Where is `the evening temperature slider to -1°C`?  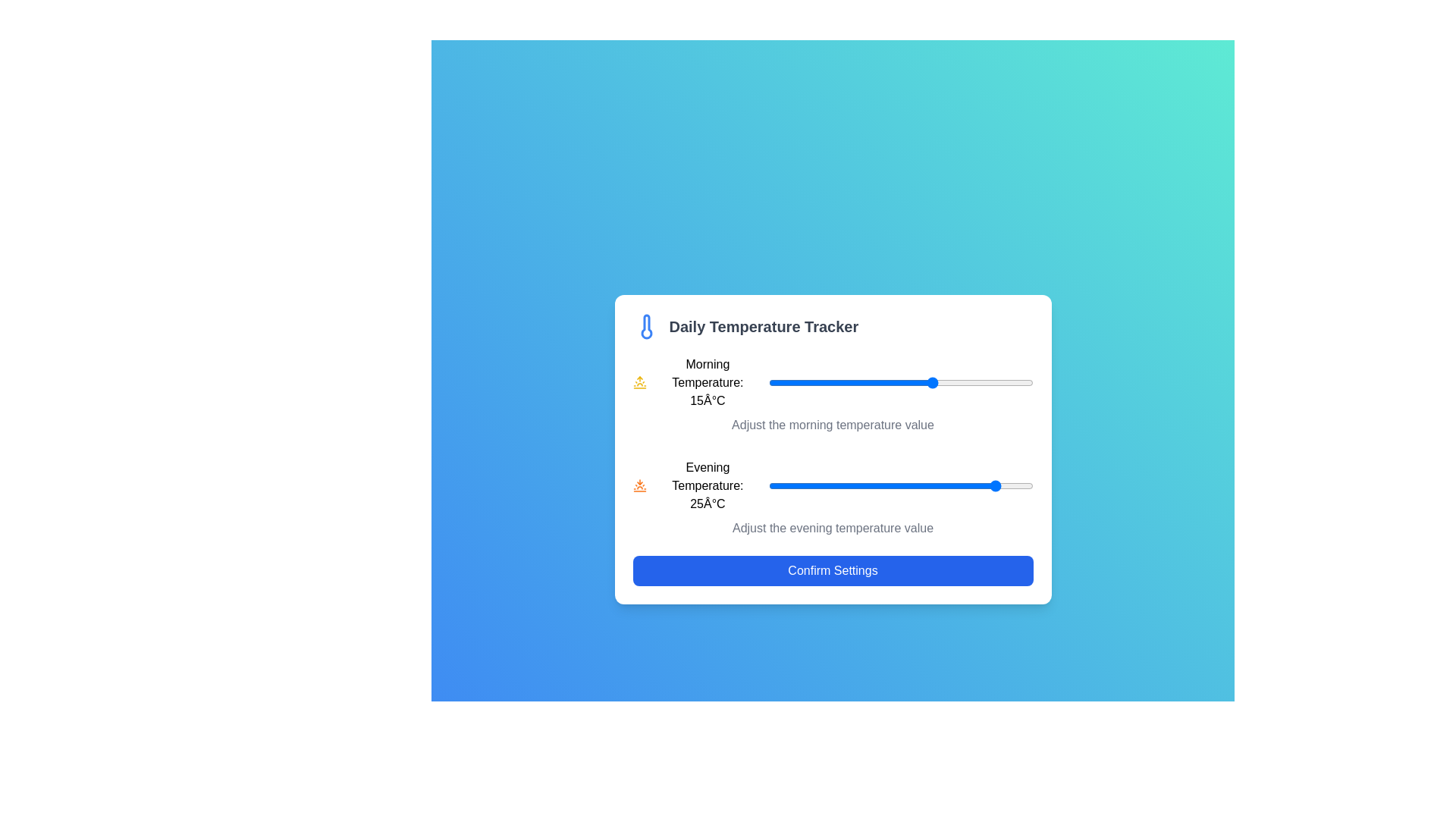
the evening temperature slider to -1°C is located at coordinates (827, 485).